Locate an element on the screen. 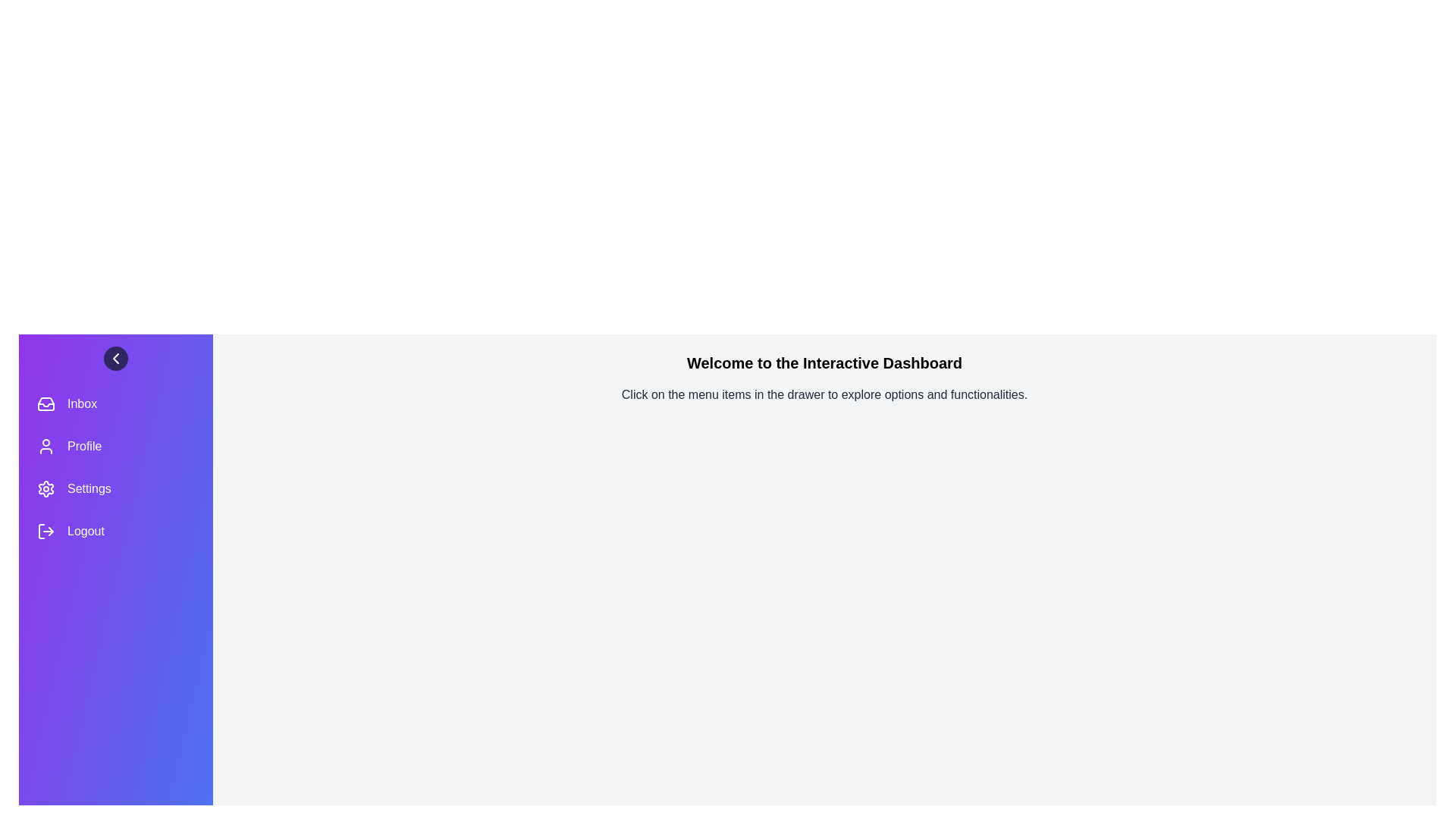 This screenshot has width=1456, height=819. the text area containing the welcome message and instructions is located at coordinates (824, 362).